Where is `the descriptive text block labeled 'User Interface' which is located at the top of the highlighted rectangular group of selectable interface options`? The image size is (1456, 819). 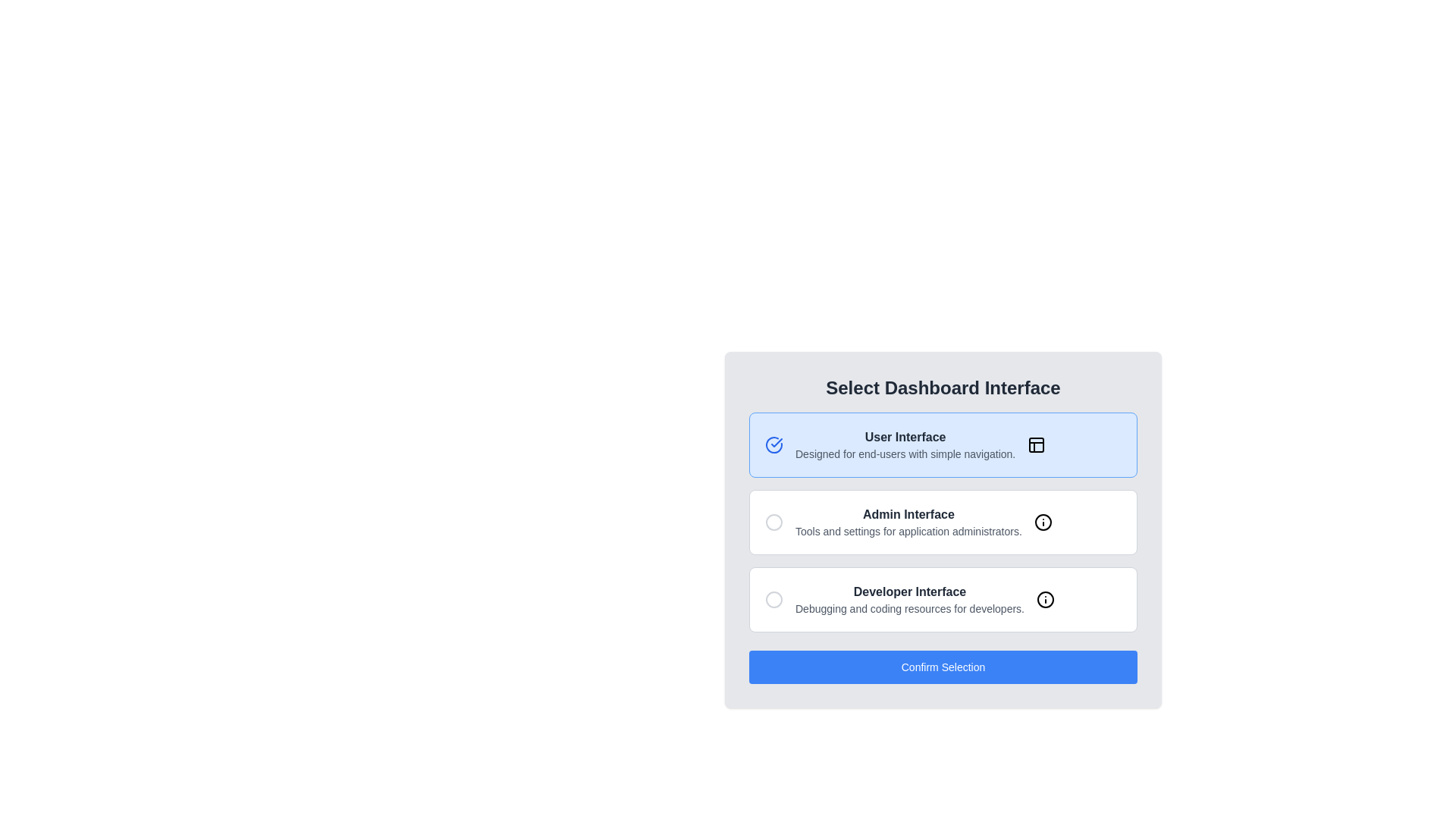
the descriptive text block labeled 'User Interface' which is located at the top of the highlighted rectangular group of selectable interface options is located at coordinates (905, 444).